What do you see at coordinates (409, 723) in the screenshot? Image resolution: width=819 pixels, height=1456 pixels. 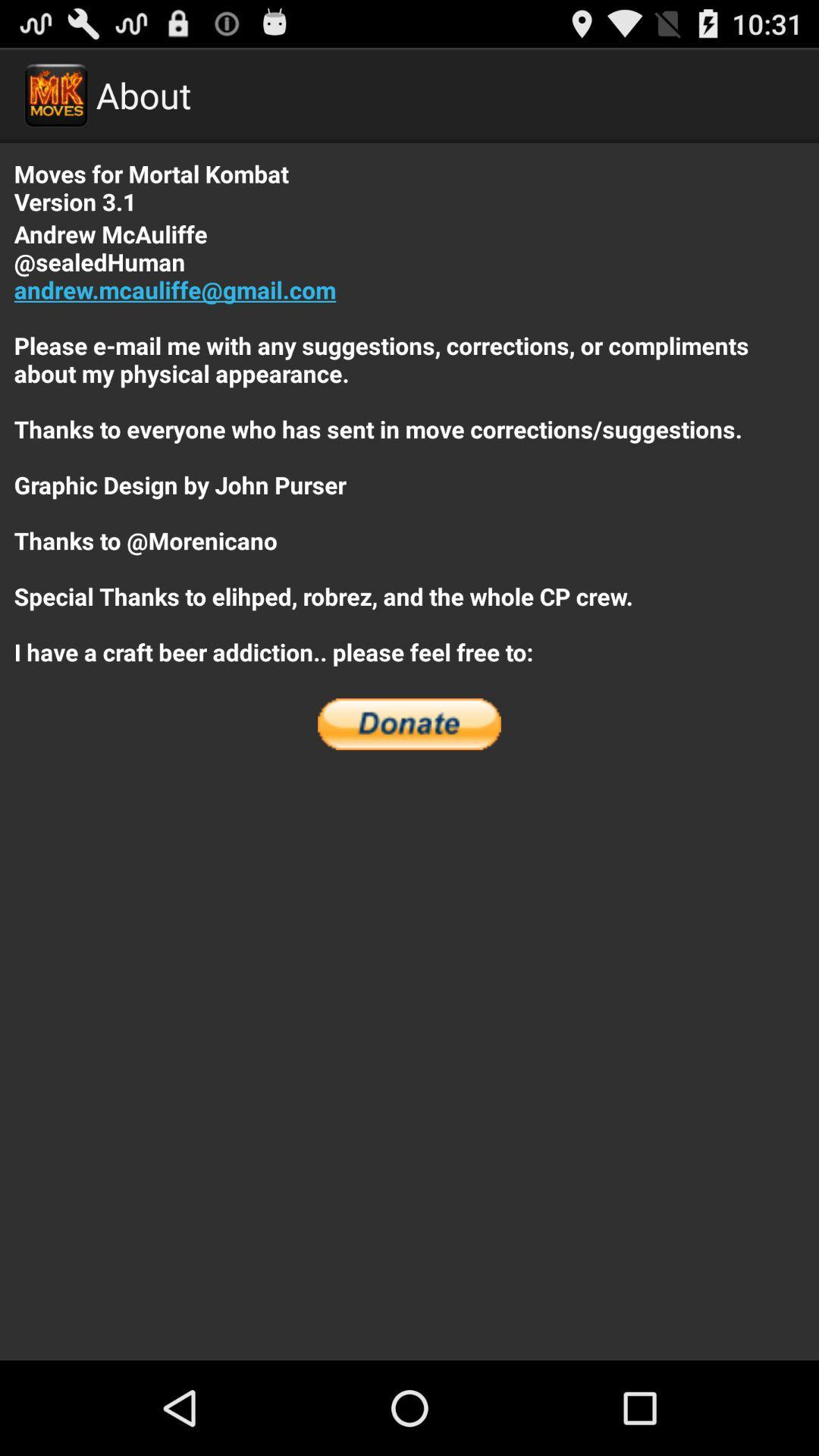 I see `the icon at the center` at bounding box center [409, 723].